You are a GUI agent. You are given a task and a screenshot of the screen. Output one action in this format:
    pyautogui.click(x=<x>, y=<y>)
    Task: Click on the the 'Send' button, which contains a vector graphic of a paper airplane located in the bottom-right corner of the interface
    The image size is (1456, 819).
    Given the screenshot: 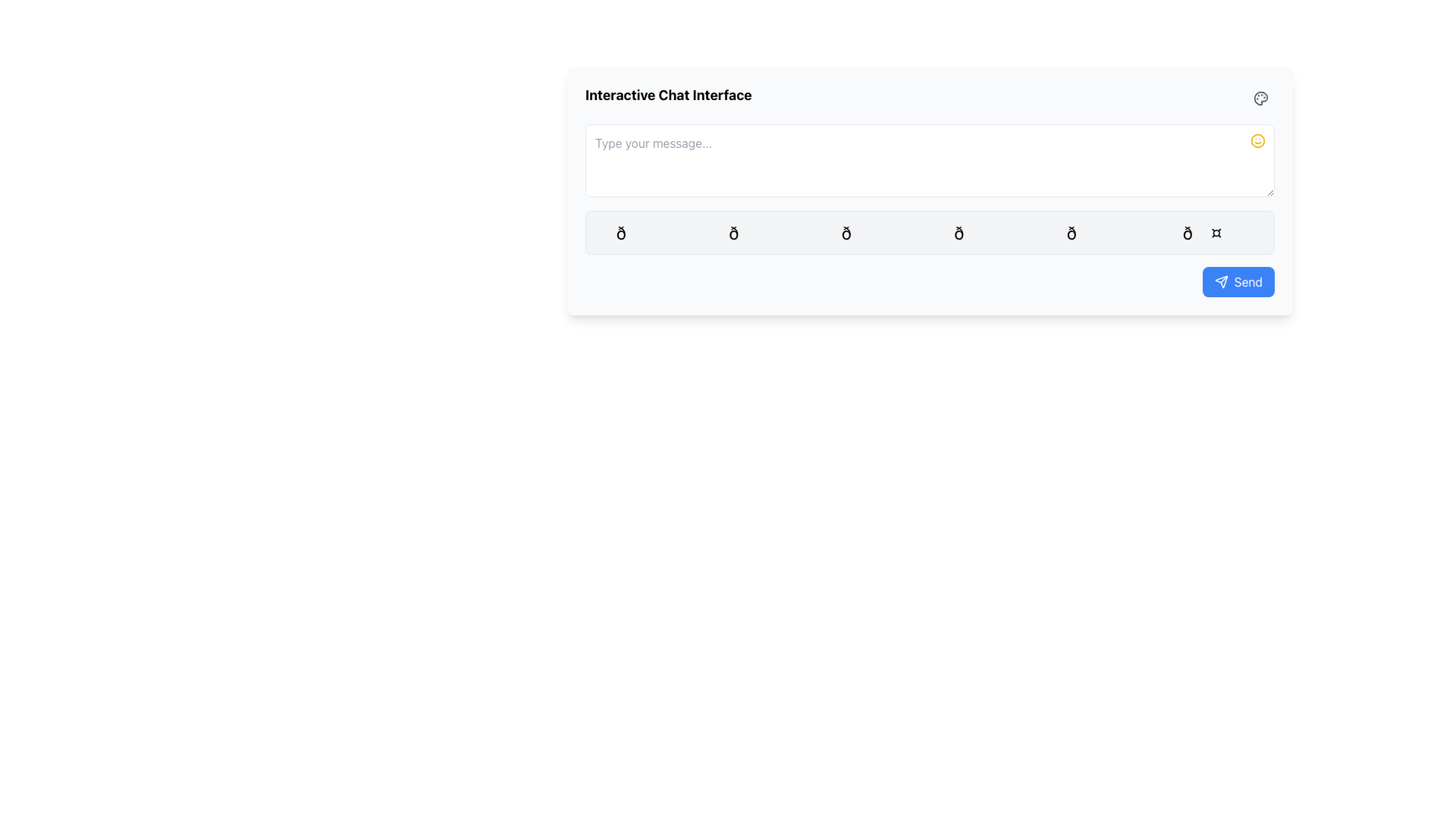 What is the action you would take?
    pyautogui.click(x=1221, y=281)
    